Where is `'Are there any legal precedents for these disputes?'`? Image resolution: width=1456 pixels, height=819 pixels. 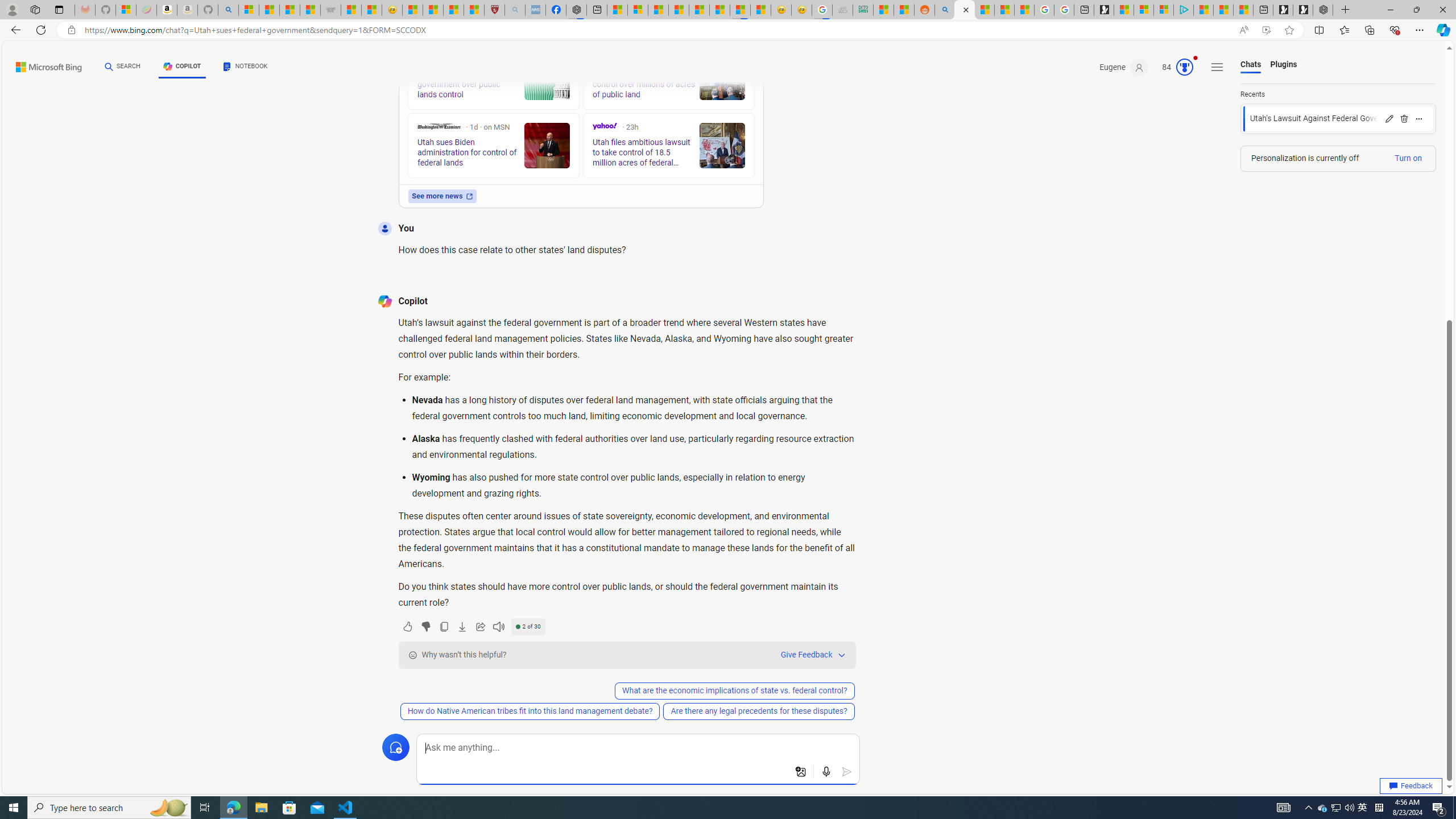 'Are there any legal precedents for these disputes?' is located at coordinates (758, 710).